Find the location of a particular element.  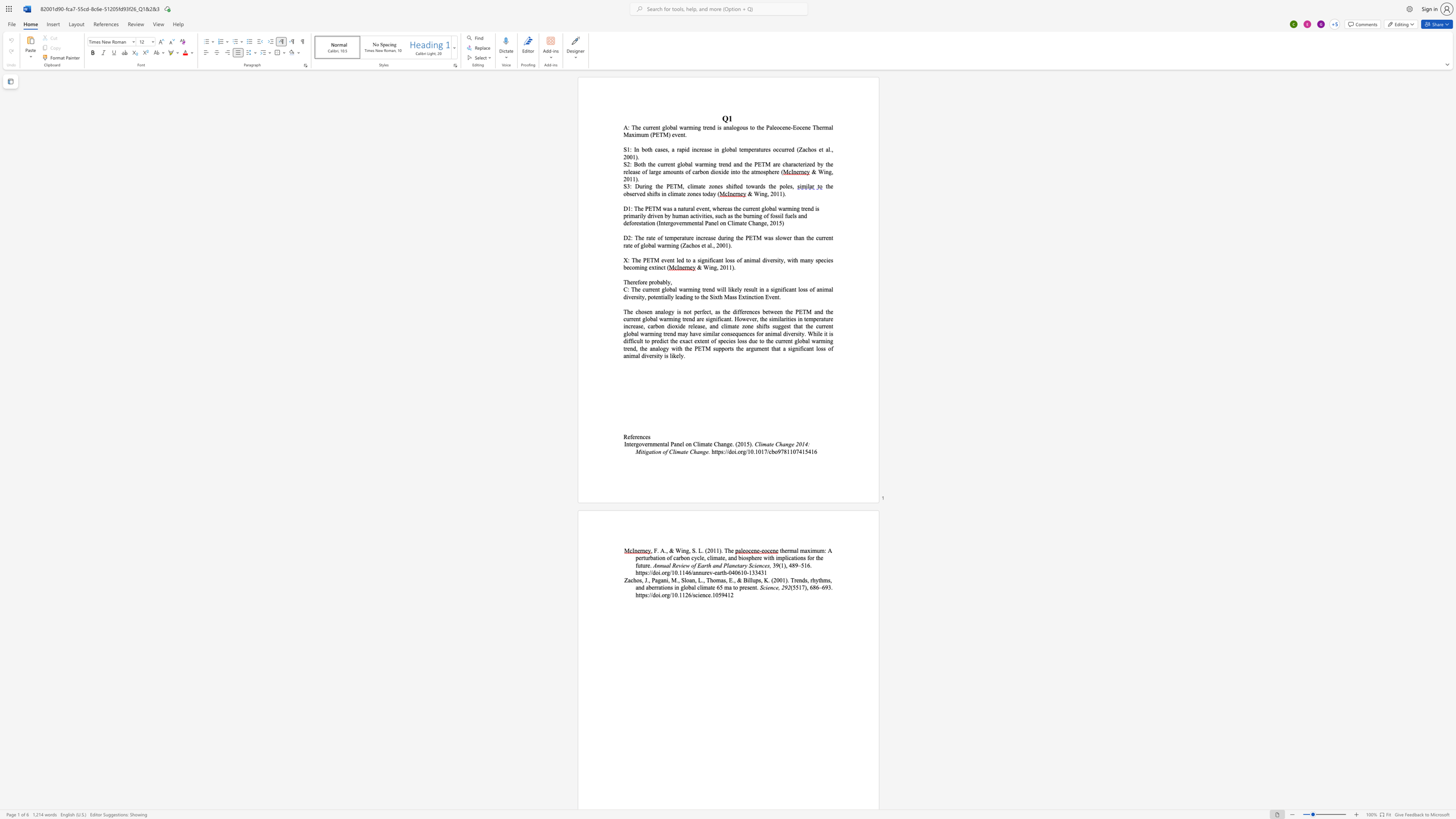

the 2th character "T" in the text is located at coordinates (653, 208).